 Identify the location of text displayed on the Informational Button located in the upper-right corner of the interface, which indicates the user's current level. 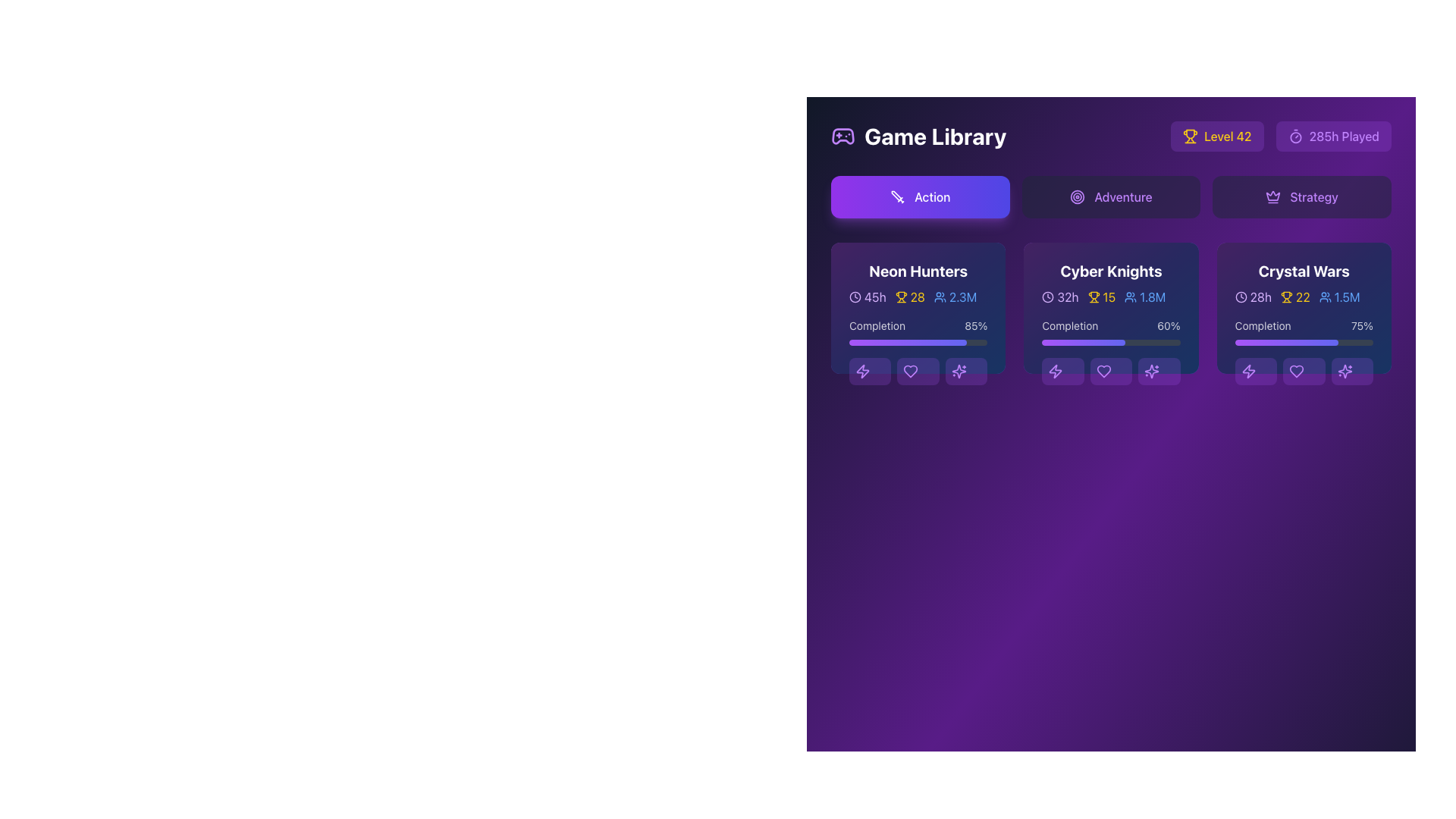
(1217, 136).